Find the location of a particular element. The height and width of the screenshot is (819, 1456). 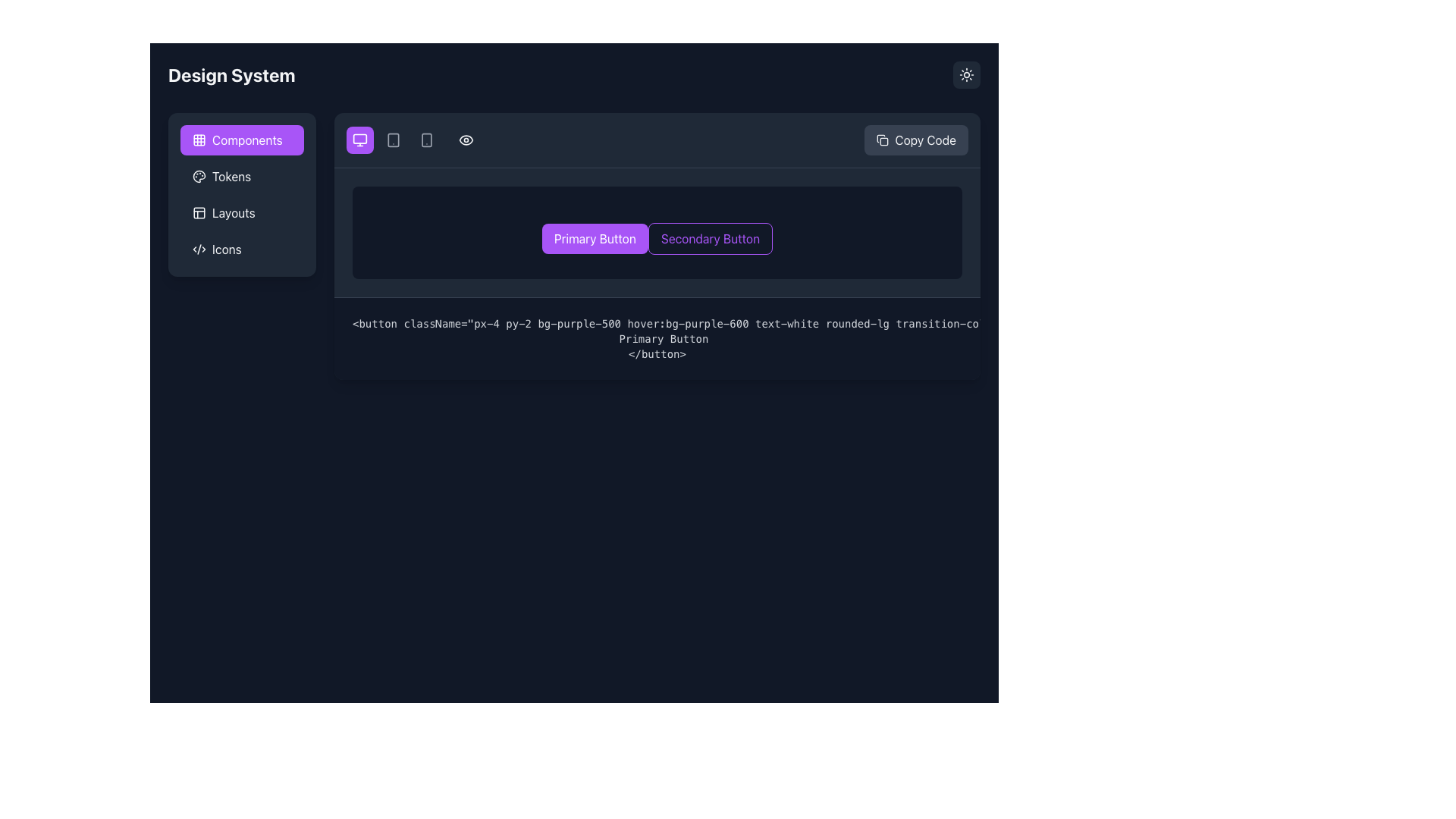

the clickable link or label in the sidebar navigation that allows users to navigate to the Tokens section, located as the second entry below 'Components' and above 'Layouts' is located at coordinates (231, 175).